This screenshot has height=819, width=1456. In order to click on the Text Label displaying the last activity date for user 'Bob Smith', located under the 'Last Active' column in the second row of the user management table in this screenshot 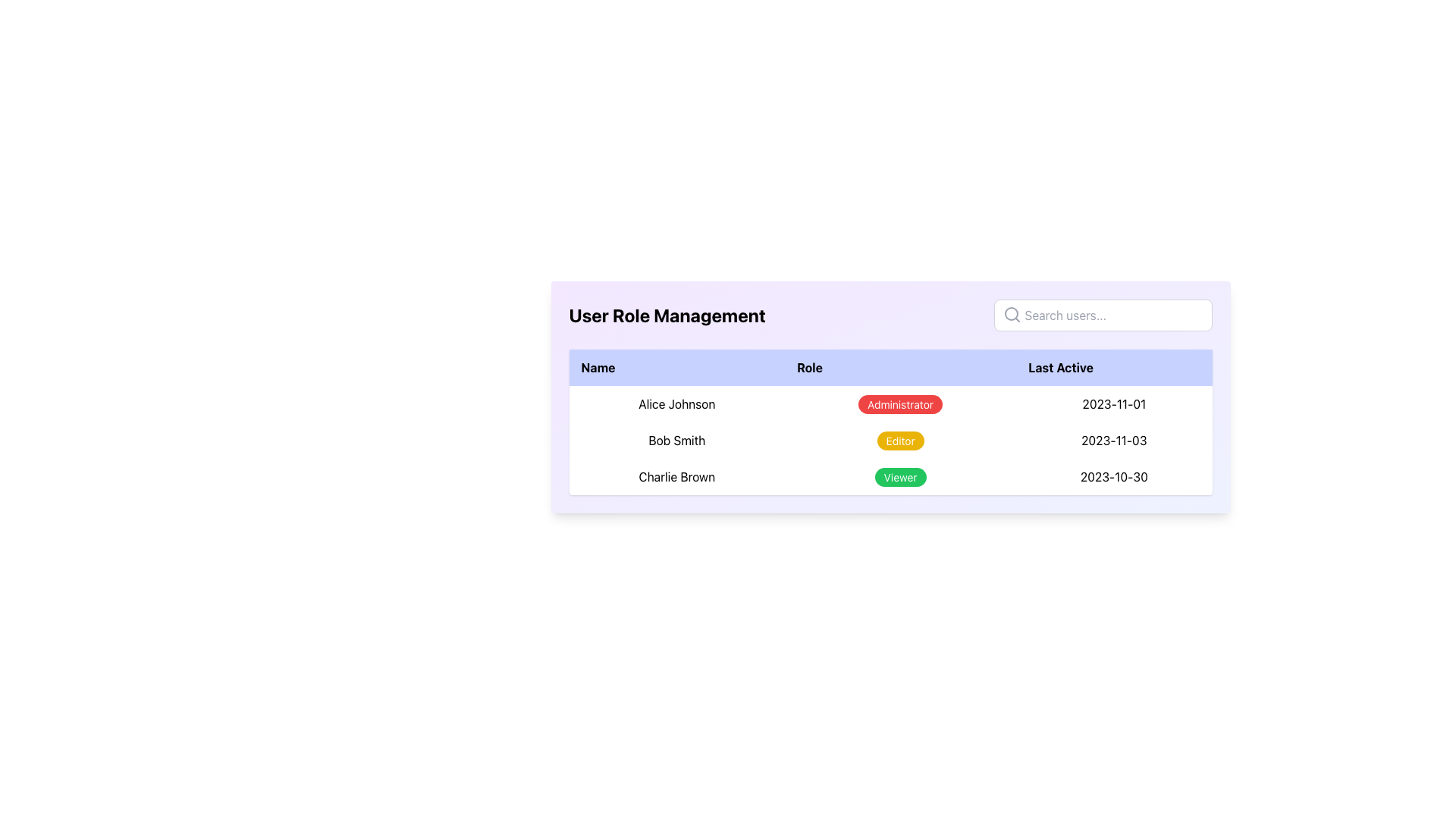, I will do `click(1114, 441)`.